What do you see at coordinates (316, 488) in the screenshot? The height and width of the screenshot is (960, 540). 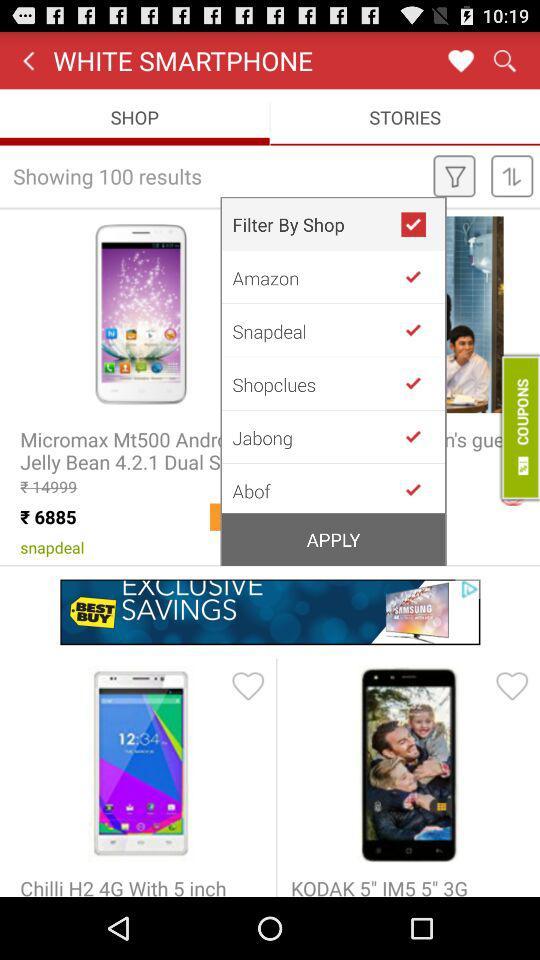 I see `the button above the apply` at bounding box center [316, 488].